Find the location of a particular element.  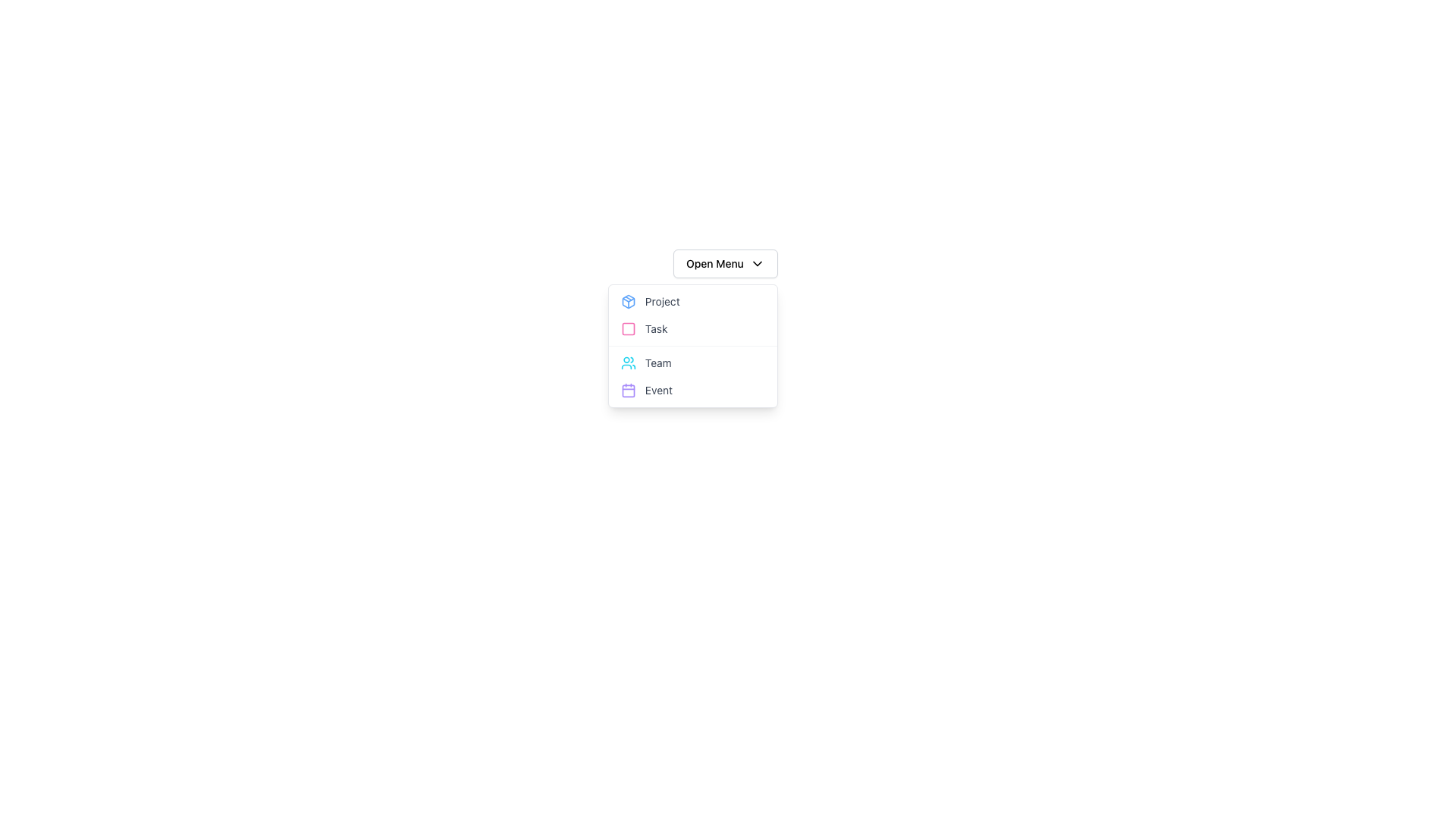

the stylized package icon with a blue outline, located to the left of the 'Project' text in the first item of the menu dropdown is located at coordinates (628, 301).